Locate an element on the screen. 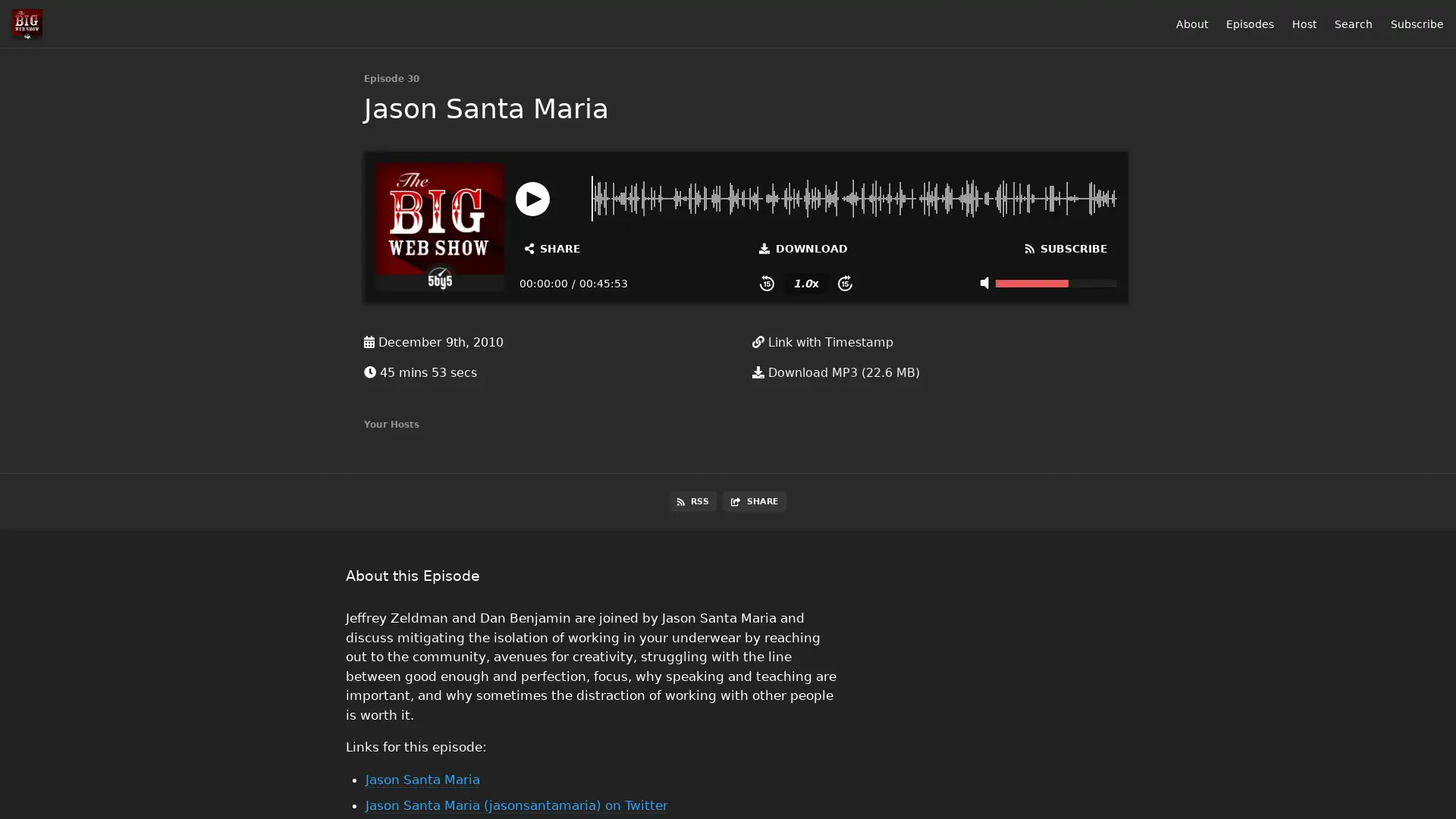 The width and height of the screenshot is (1456, 819). Open Share and Subscribe Dialog is located at coordinates (552, 247).